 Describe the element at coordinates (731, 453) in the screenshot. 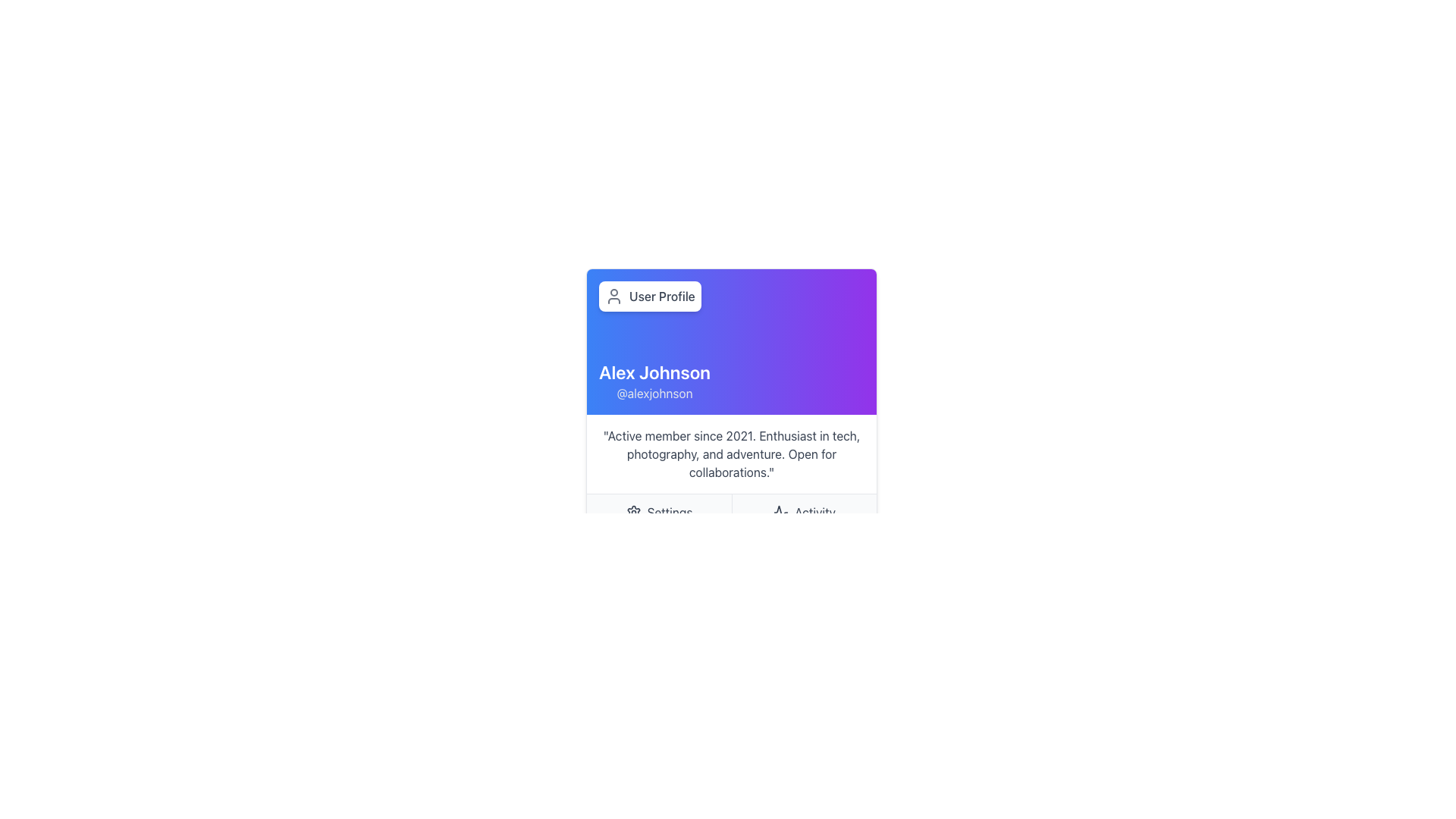

I see `the static text field displaying the user's profile details, which includes information about their membership and interests, located below the user's name in the profile card` at that location.